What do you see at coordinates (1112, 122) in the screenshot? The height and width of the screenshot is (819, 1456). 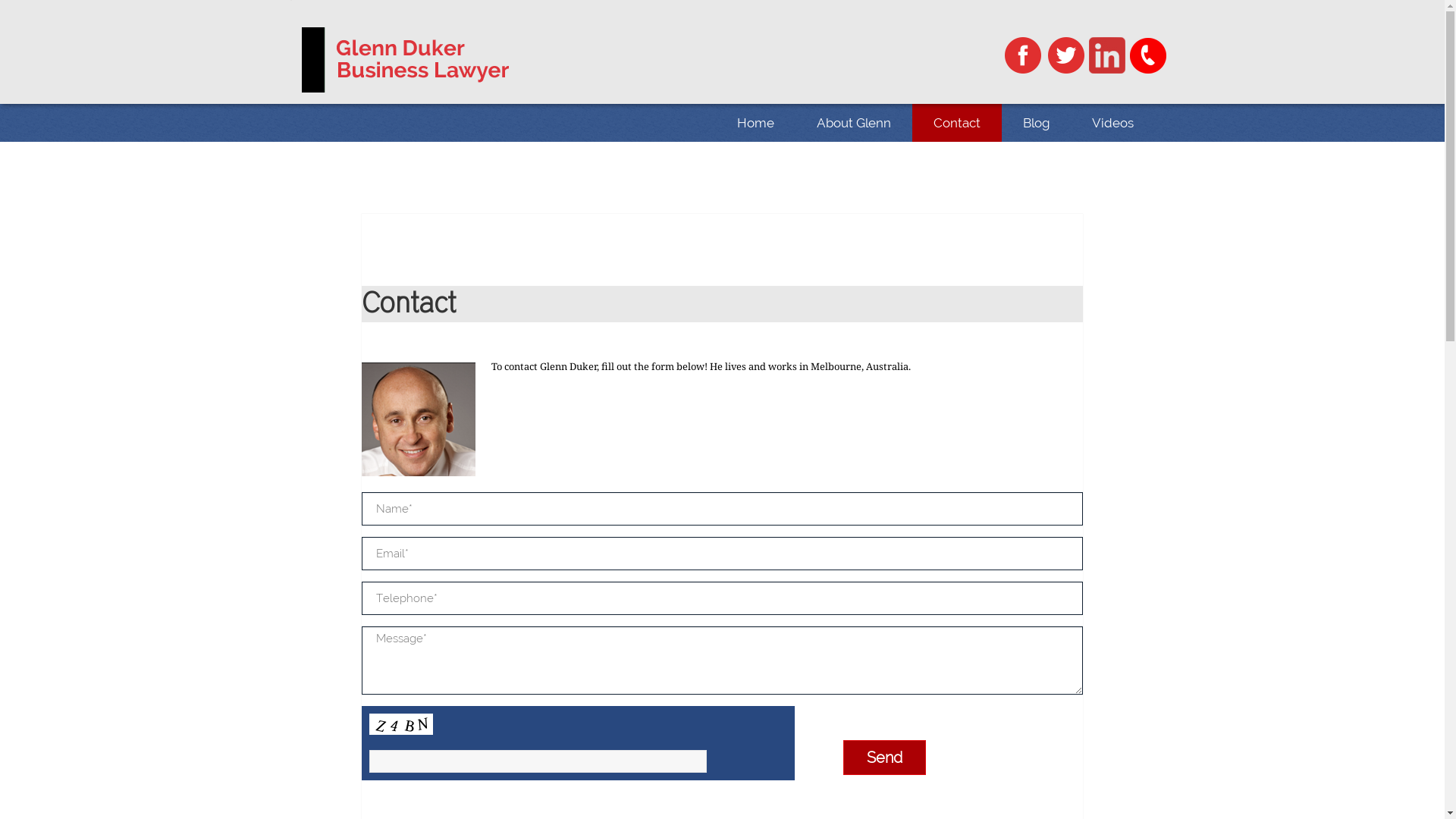 I see `'Videos'` at bounding box center [1112, 122].